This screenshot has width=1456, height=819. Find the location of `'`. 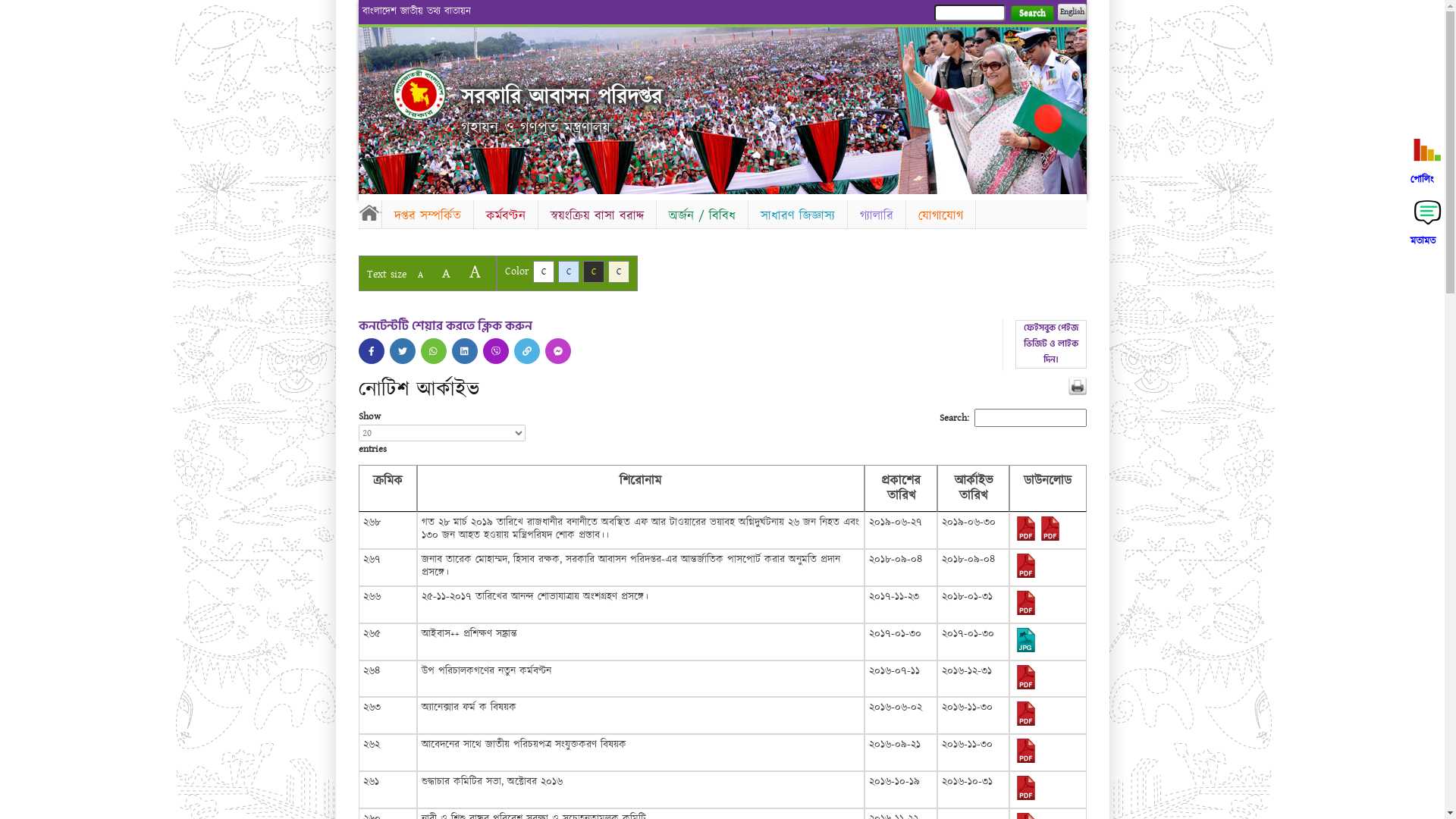

' is located at coordinates (419, 93).